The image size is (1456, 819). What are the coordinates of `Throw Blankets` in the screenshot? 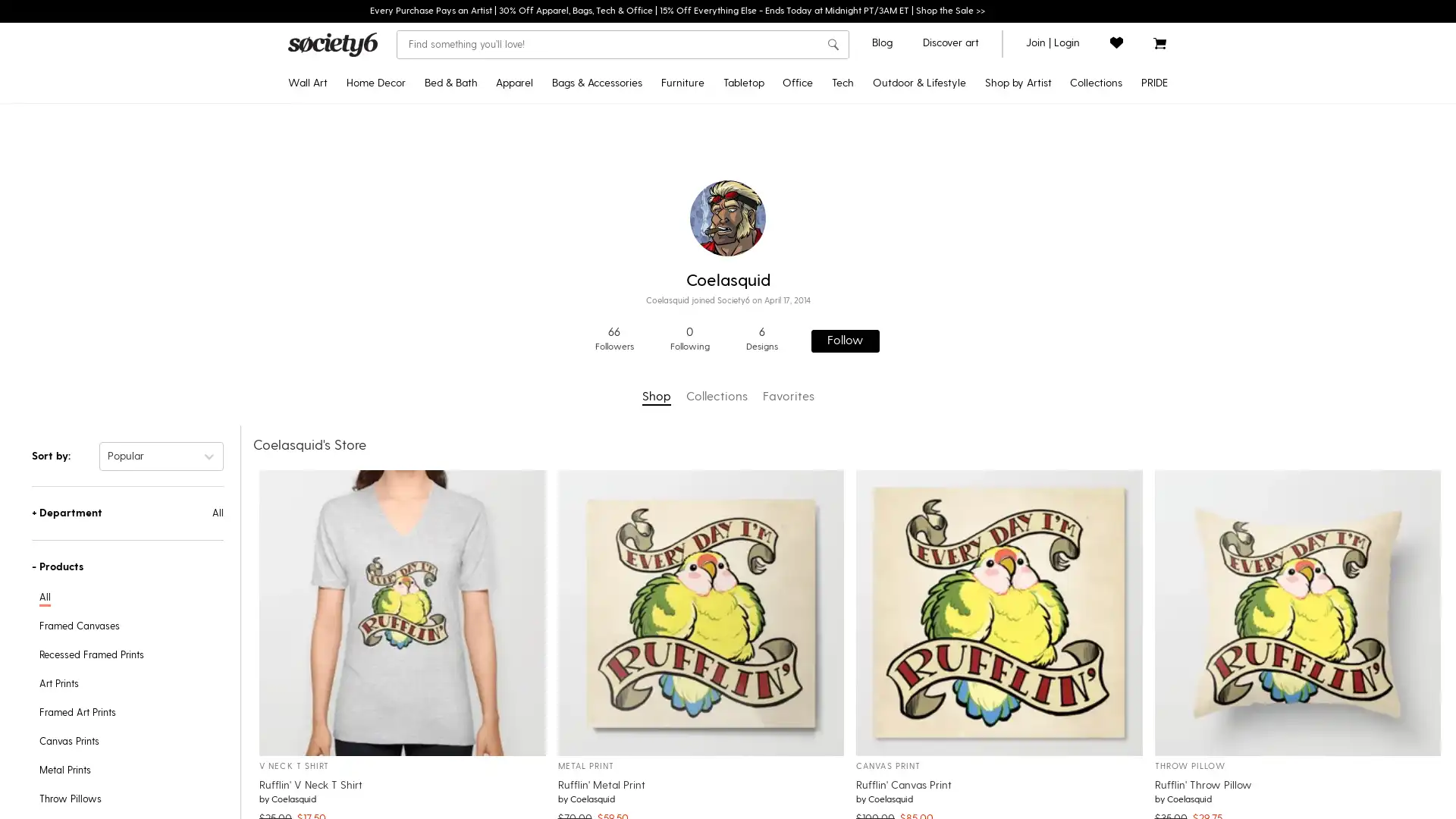 It's located at (404, 219).